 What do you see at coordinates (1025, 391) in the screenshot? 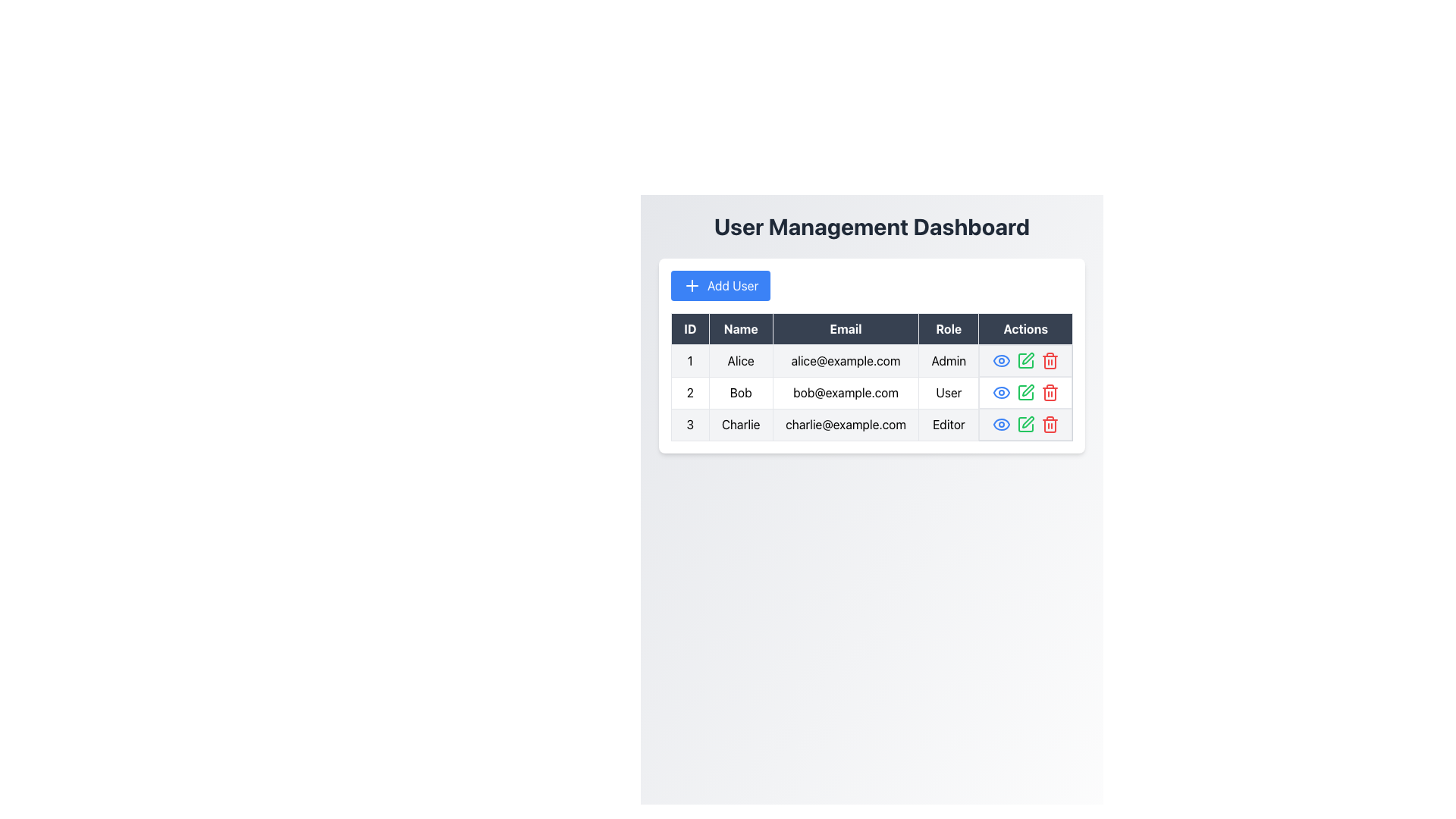
I see `the edit button located in the second row of the user management table` at bounding box center [1025, 391].